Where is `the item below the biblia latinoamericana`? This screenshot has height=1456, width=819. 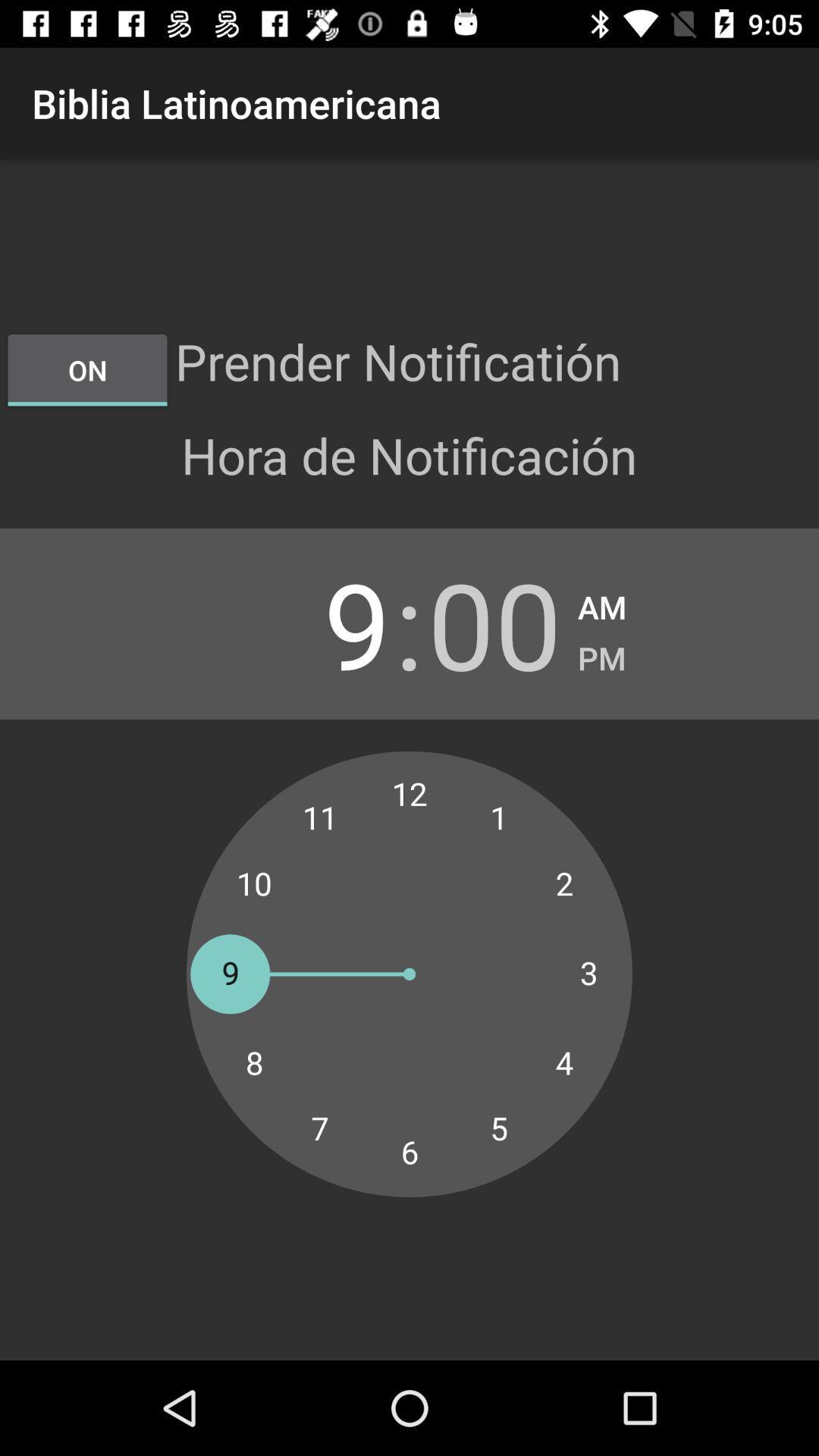
the item below the biblia latinoamericana is located at coordinates (87, 370).